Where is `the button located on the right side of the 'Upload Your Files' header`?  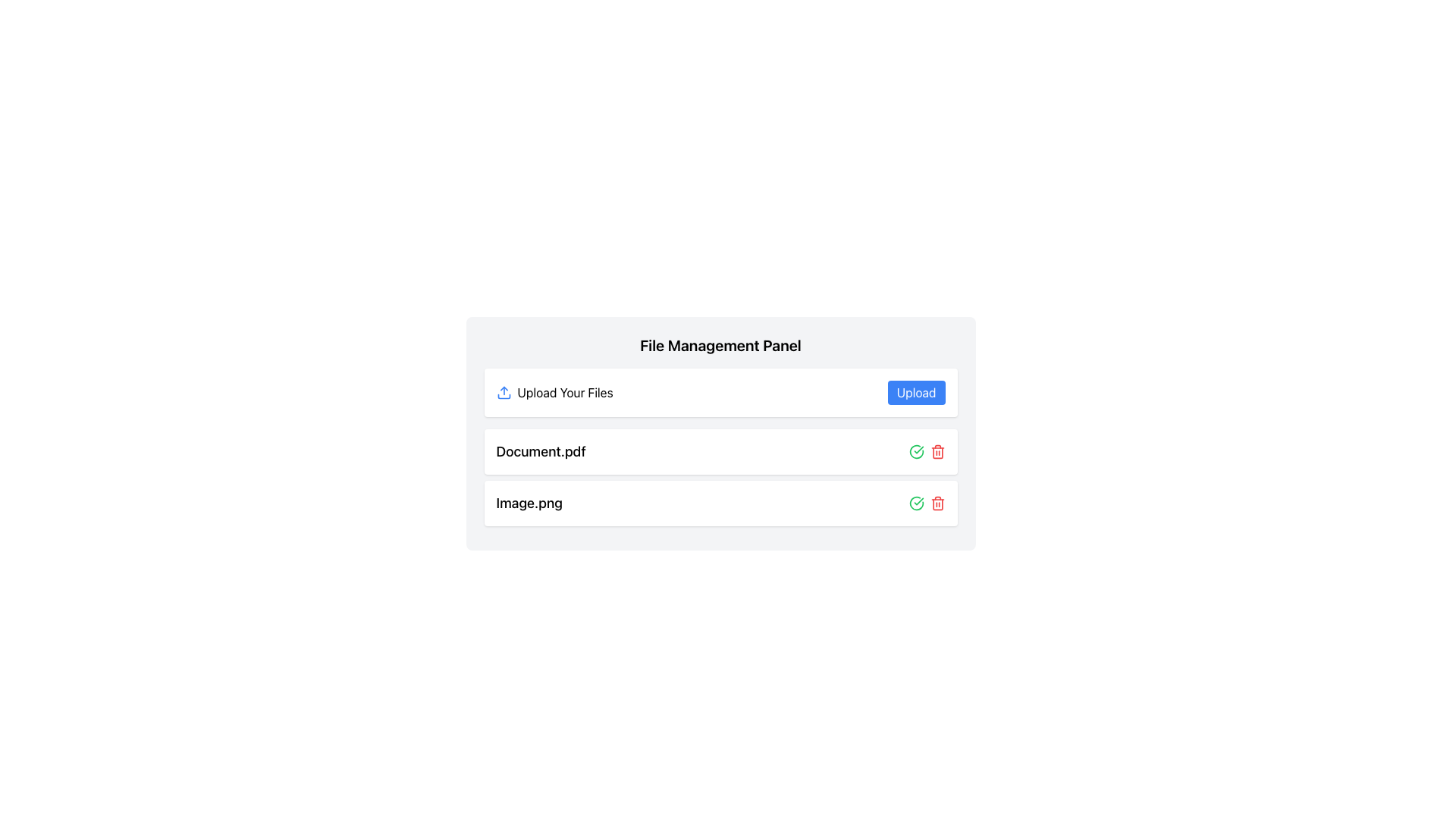
the button located on the right side of the 'Upload Your Files' header is located at coordinates (915, 391).